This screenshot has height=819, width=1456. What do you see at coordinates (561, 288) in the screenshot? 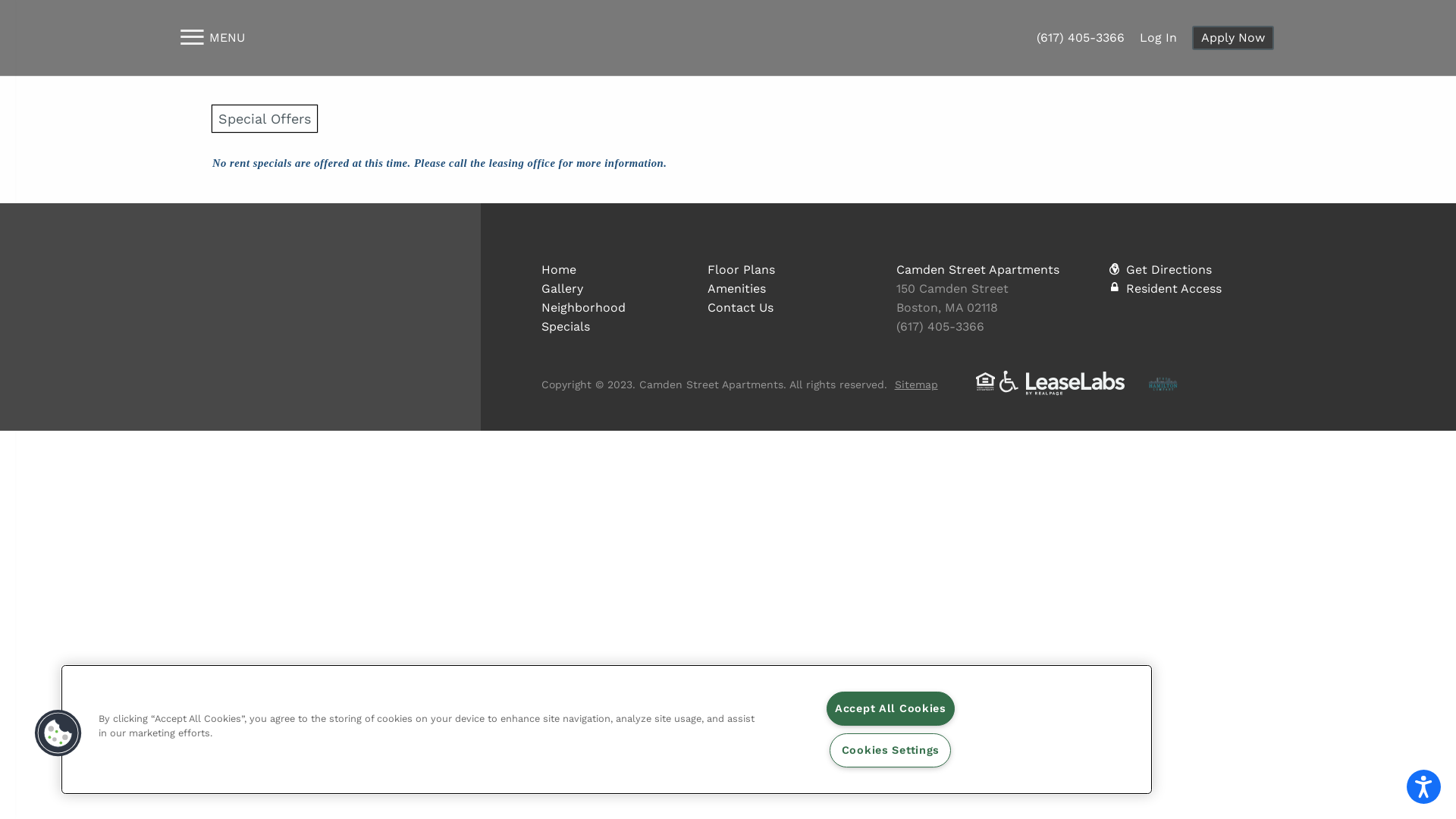
I see `'Gallery'` at bounding box center [561, 288].